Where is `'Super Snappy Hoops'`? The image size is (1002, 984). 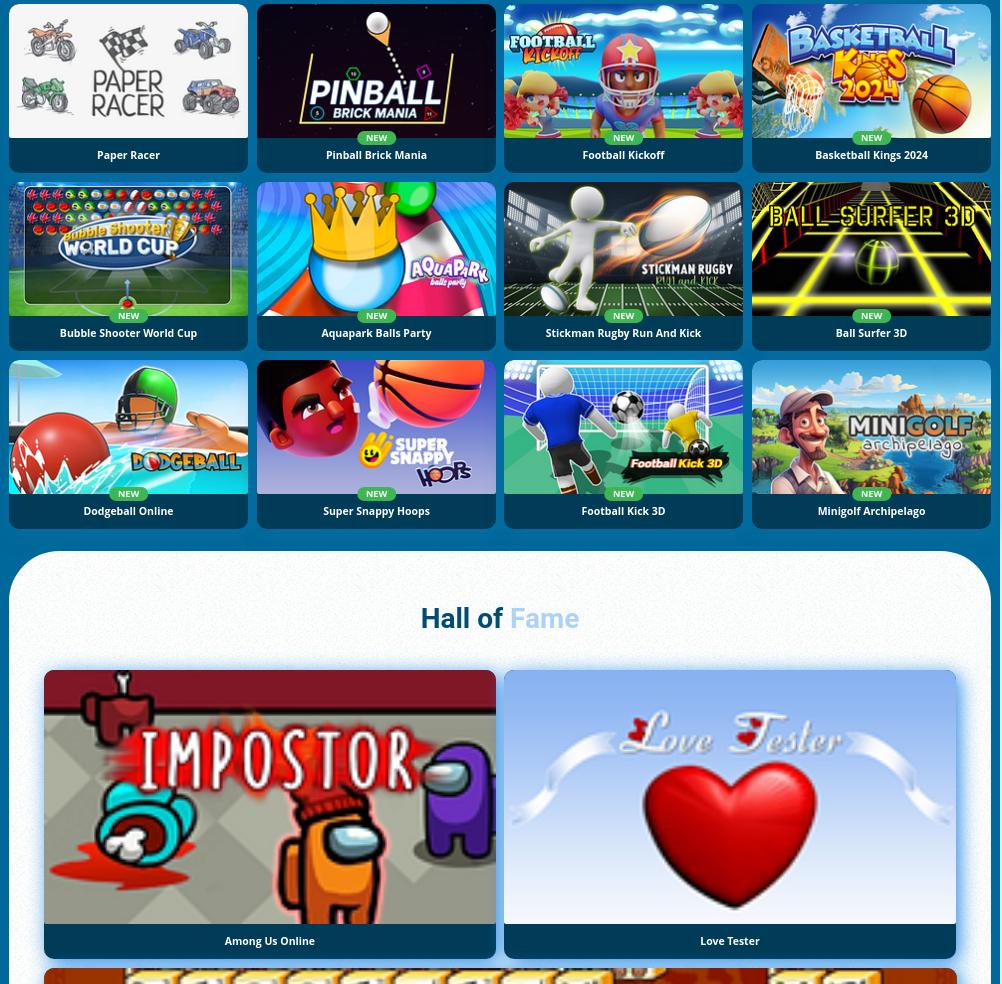 'Super Snappy Hoops' is located at coordinates (321, 509).